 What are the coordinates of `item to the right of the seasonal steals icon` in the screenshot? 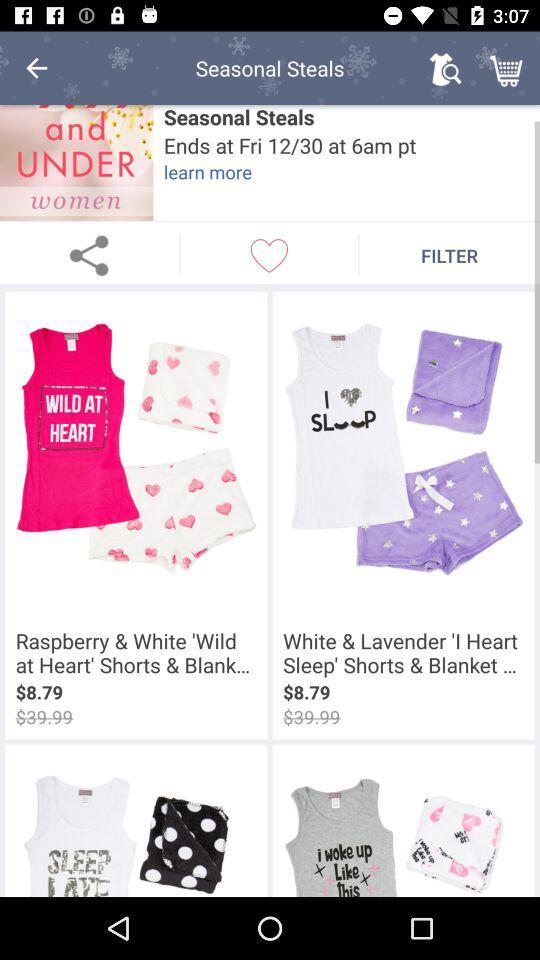 It's located at (445, 68).